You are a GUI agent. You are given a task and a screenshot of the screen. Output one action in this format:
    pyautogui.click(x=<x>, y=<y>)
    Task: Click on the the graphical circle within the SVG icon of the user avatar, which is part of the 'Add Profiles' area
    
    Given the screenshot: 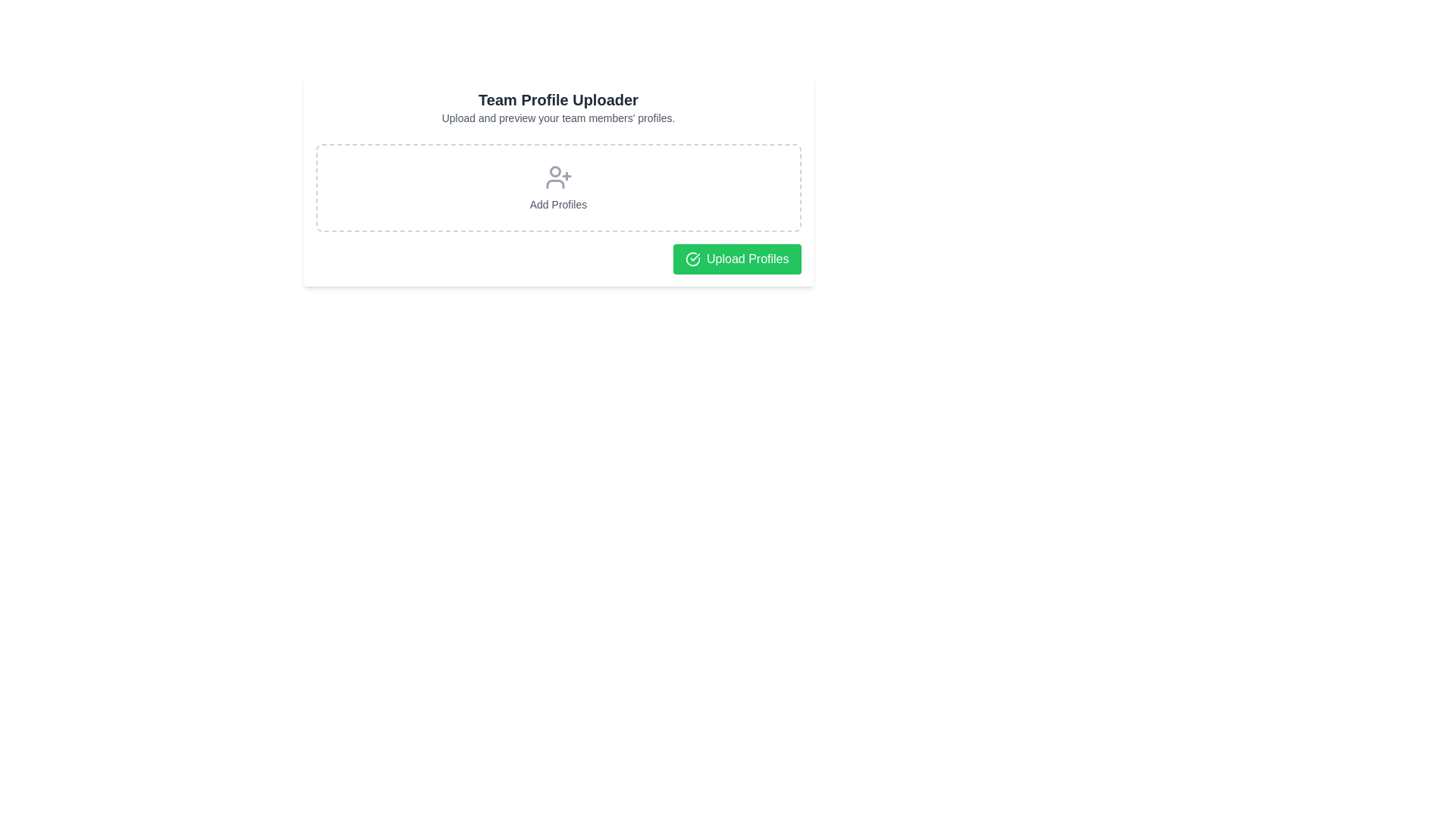 What is the action you would take?
    pyautogui.click(x=554, y=171)
    